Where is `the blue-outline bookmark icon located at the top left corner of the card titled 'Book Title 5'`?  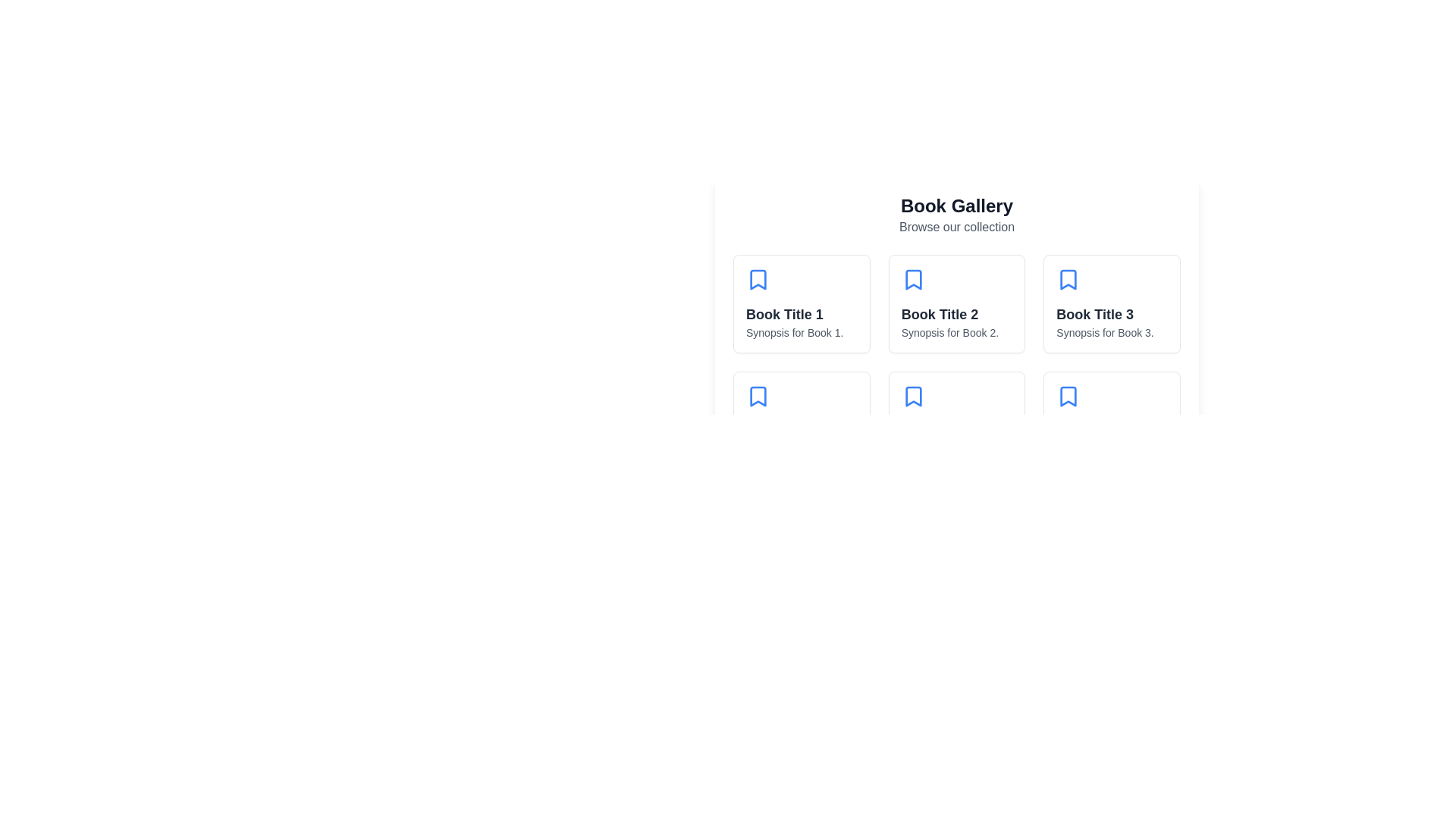
the blue-outline bookmark icon located at the top left corner of the card titled 'Book Title 5' is located at coordinates (912, 396).